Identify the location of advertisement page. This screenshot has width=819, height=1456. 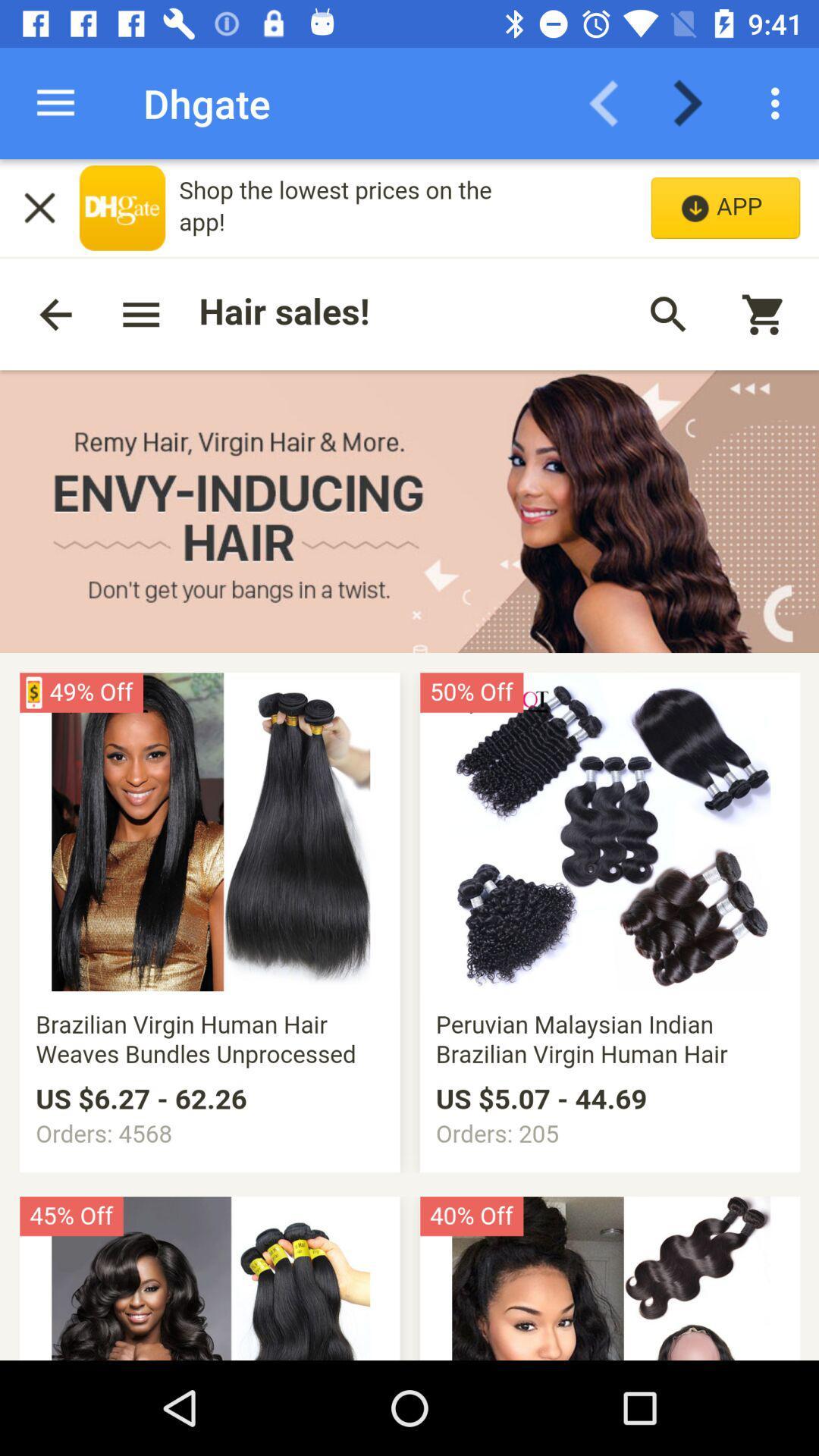
(409, 760).